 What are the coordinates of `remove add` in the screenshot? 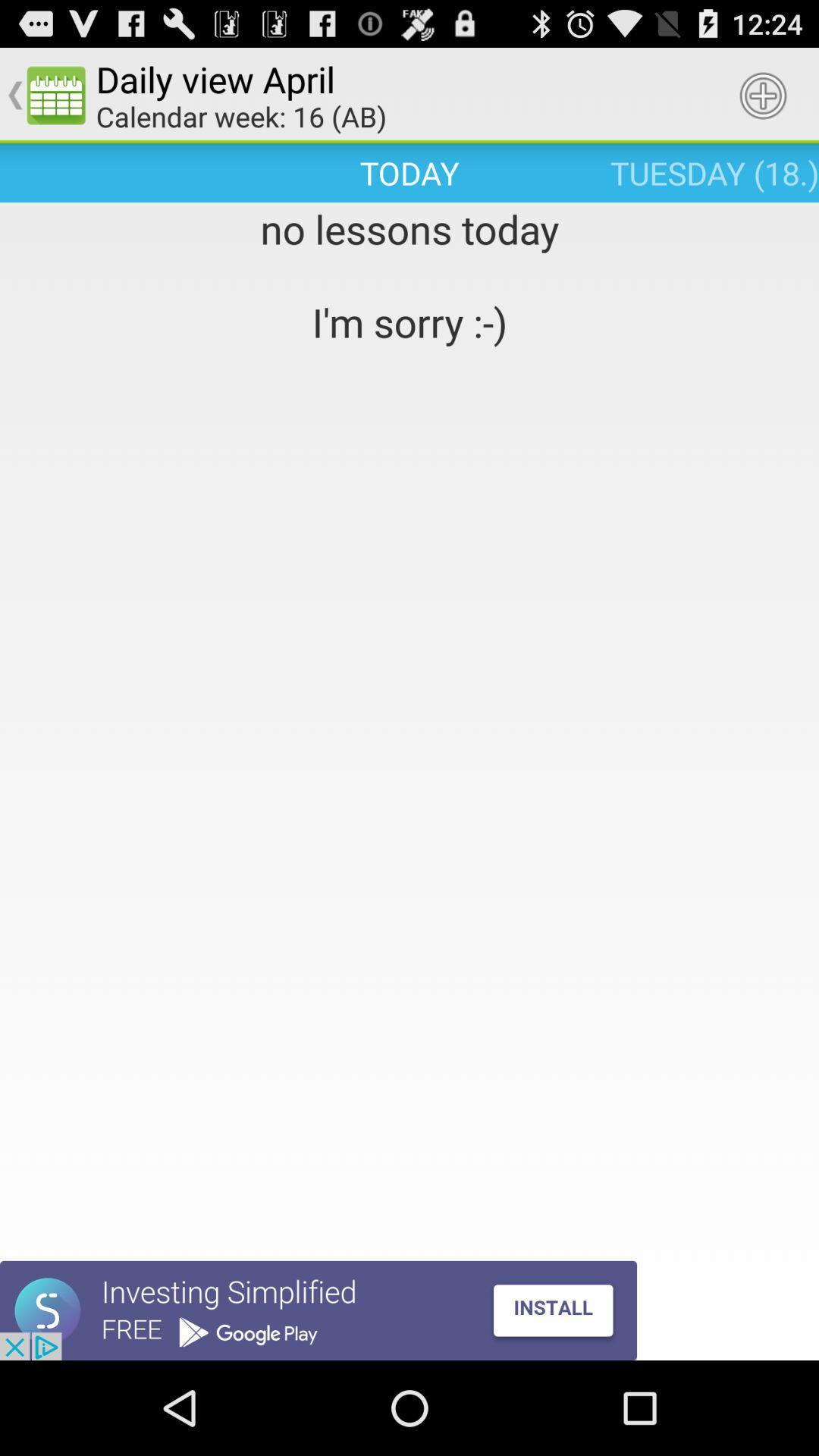 It's located at (318, 1310).